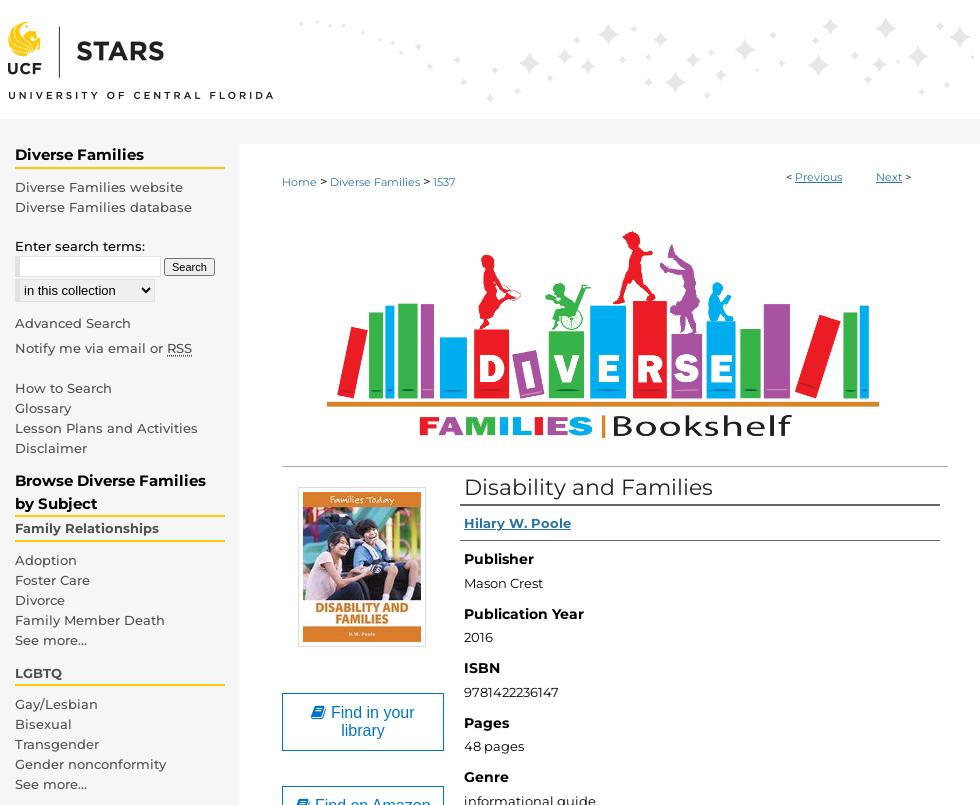  What do you see at coordinates (57, 743) in the screenshot?
I see `'Transgender'` at bounding box center [57, 743].